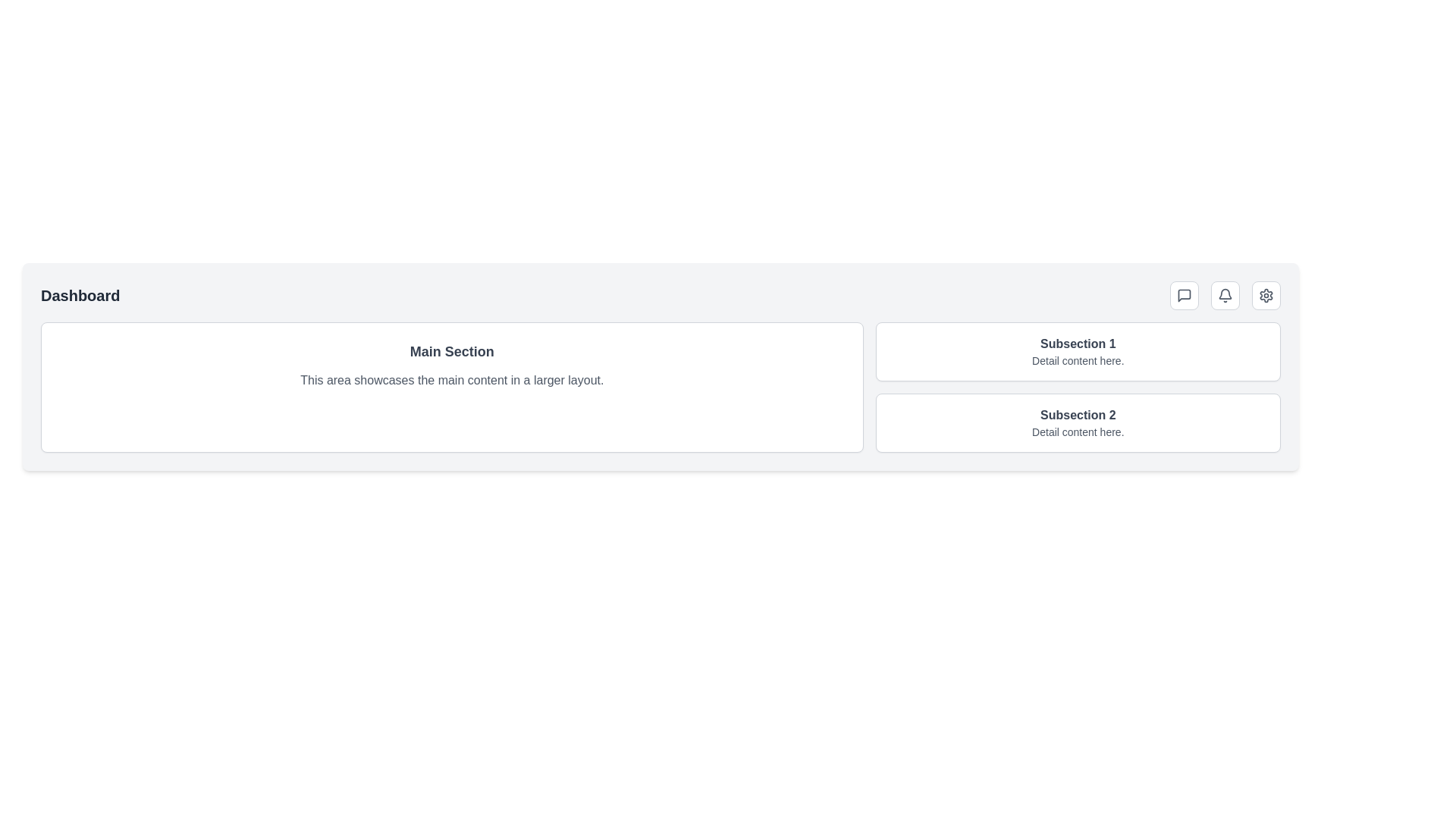 The width and height of the screenshot is (1456, 819). I want to click on the gear icon located on the right side of the dashboard header, so click(1266, 295).